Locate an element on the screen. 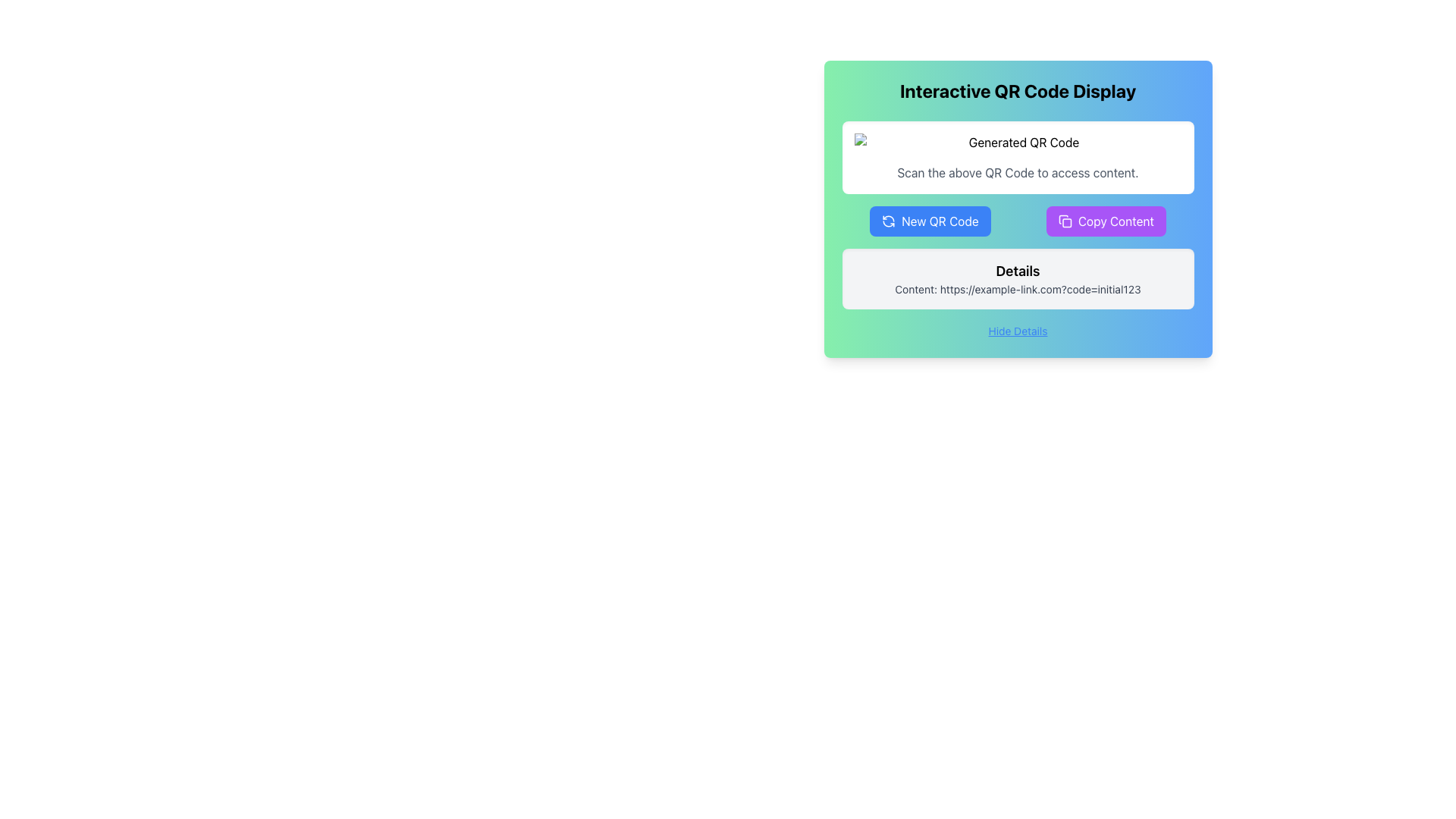 The width and height of the screenshot is (1456, 819). the refresh icon to the left of the 'New QR Code' text inside the blue button is located at coordinates (889, 221).